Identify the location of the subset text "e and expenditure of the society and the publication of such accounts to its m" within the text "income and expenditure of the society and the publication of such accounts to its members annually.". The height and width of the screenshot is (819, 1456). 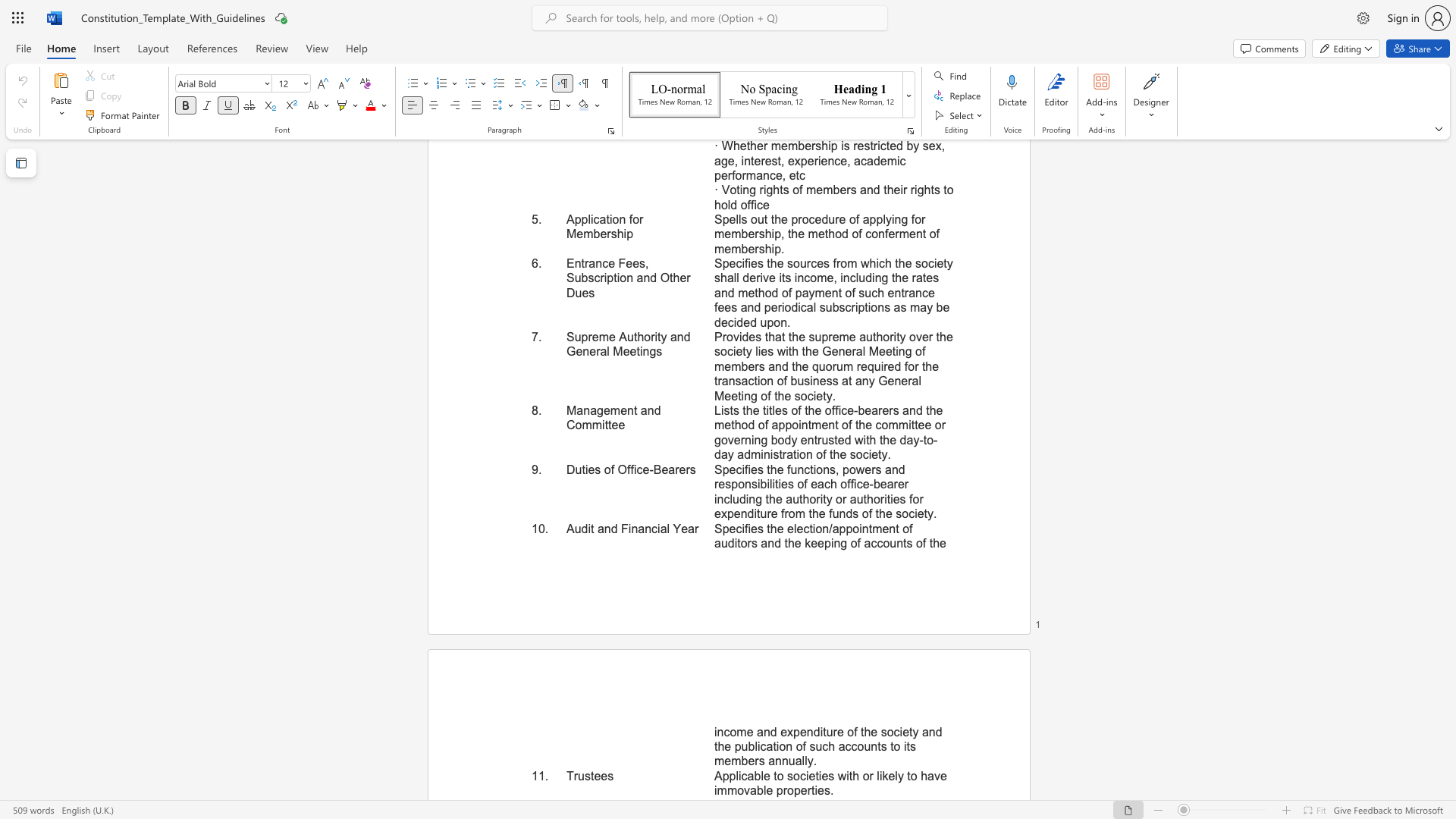
(746, 730).